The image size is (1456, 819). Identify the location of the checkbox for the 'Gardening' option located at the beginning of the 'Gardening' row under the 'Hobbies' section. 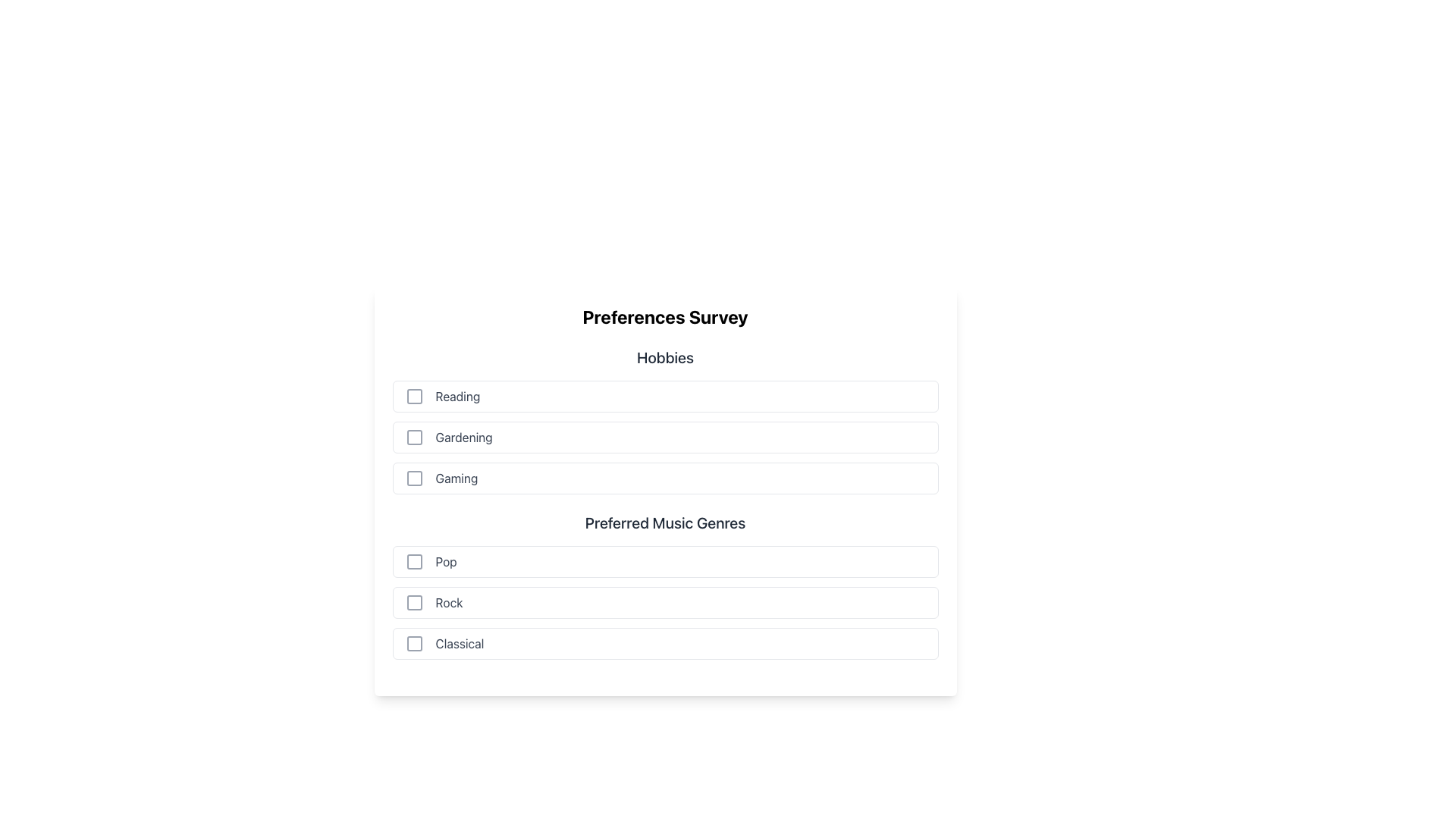
(414, 438).